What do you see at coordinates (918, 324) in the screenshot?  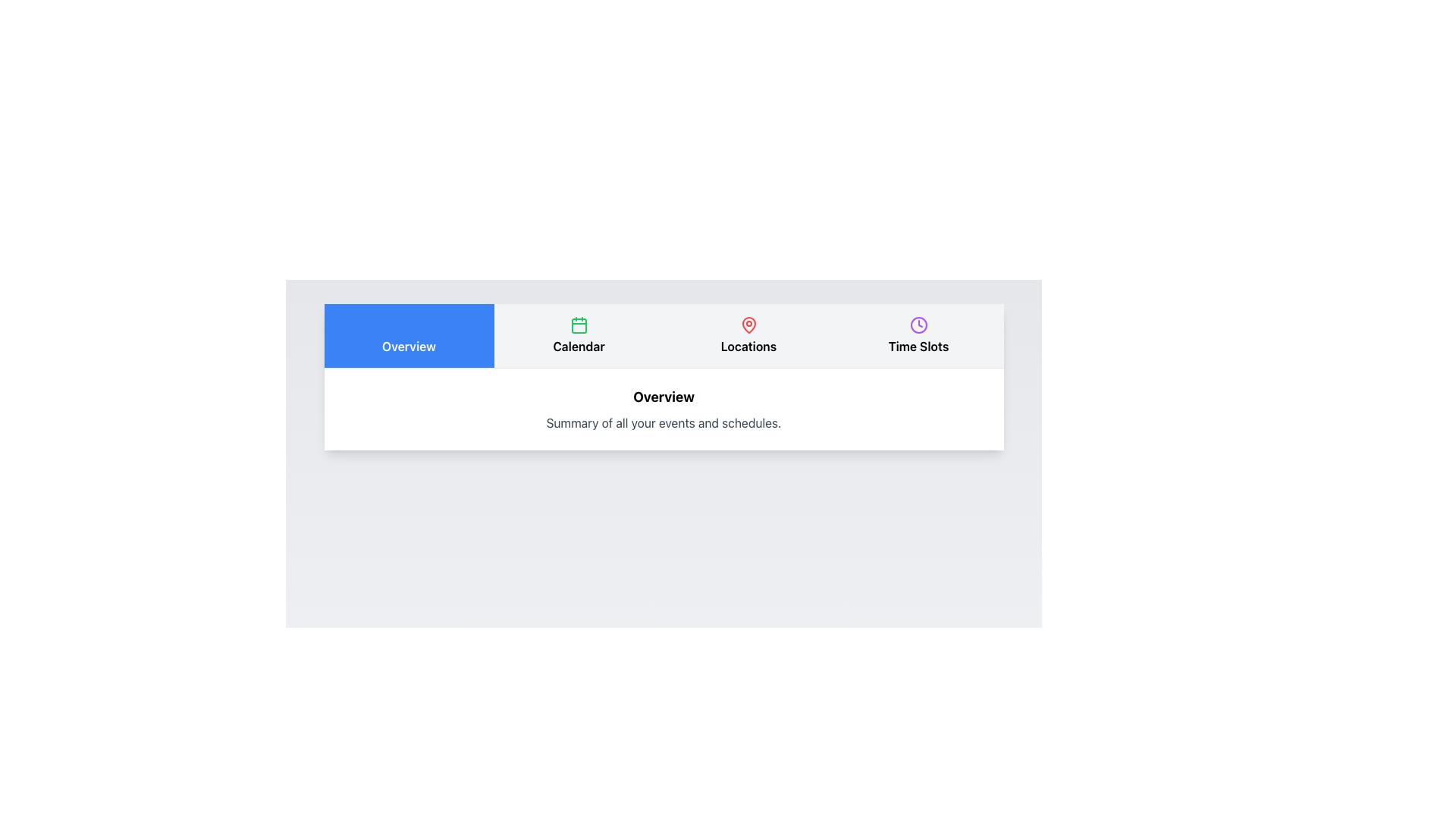 I see `the purple clock icon located above the 'Time Slots' label to interact with its section` at bounding box center [918, 324].